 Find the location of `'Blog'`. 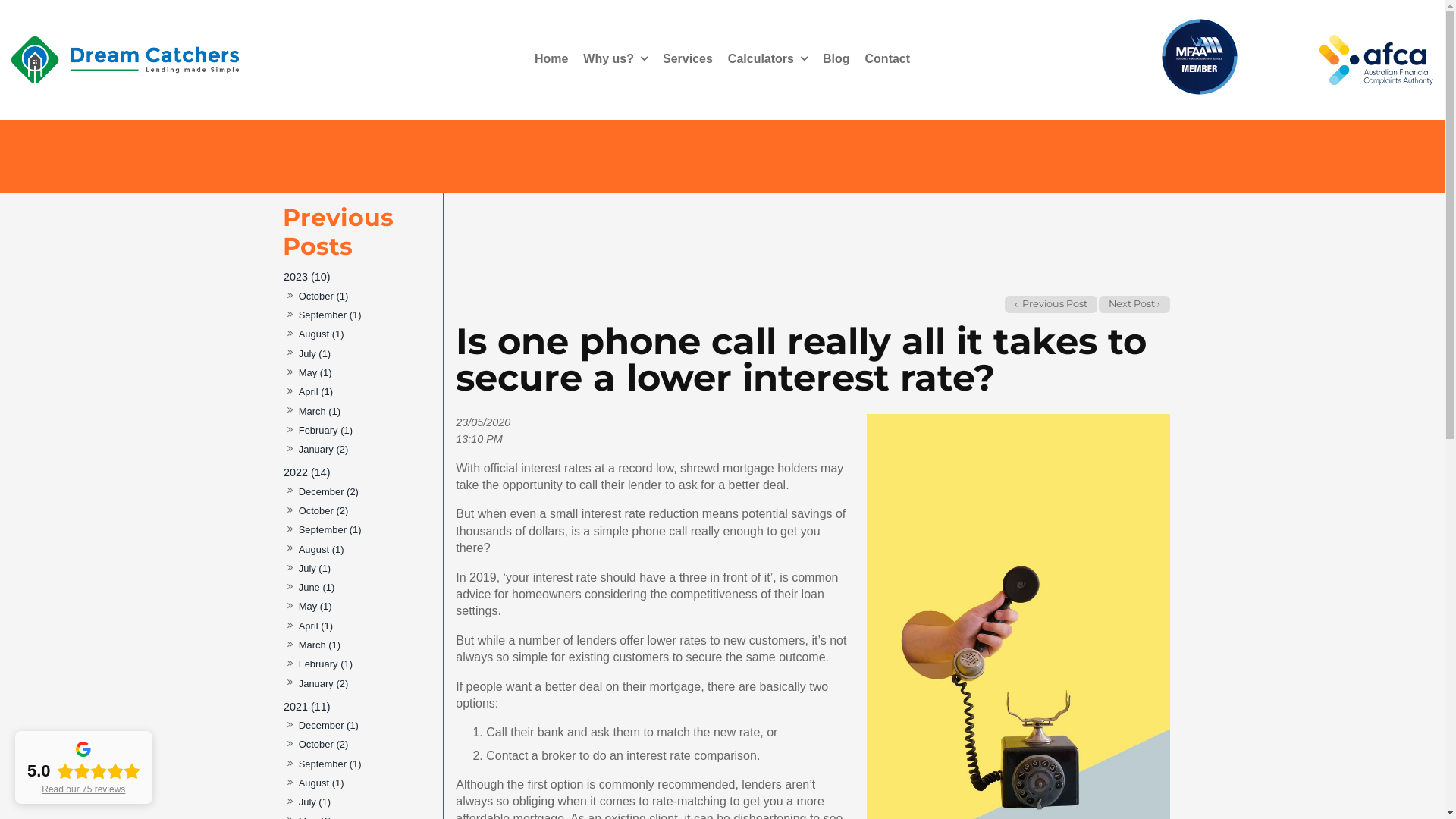

'Blog' is located at coordinates (836, 58).